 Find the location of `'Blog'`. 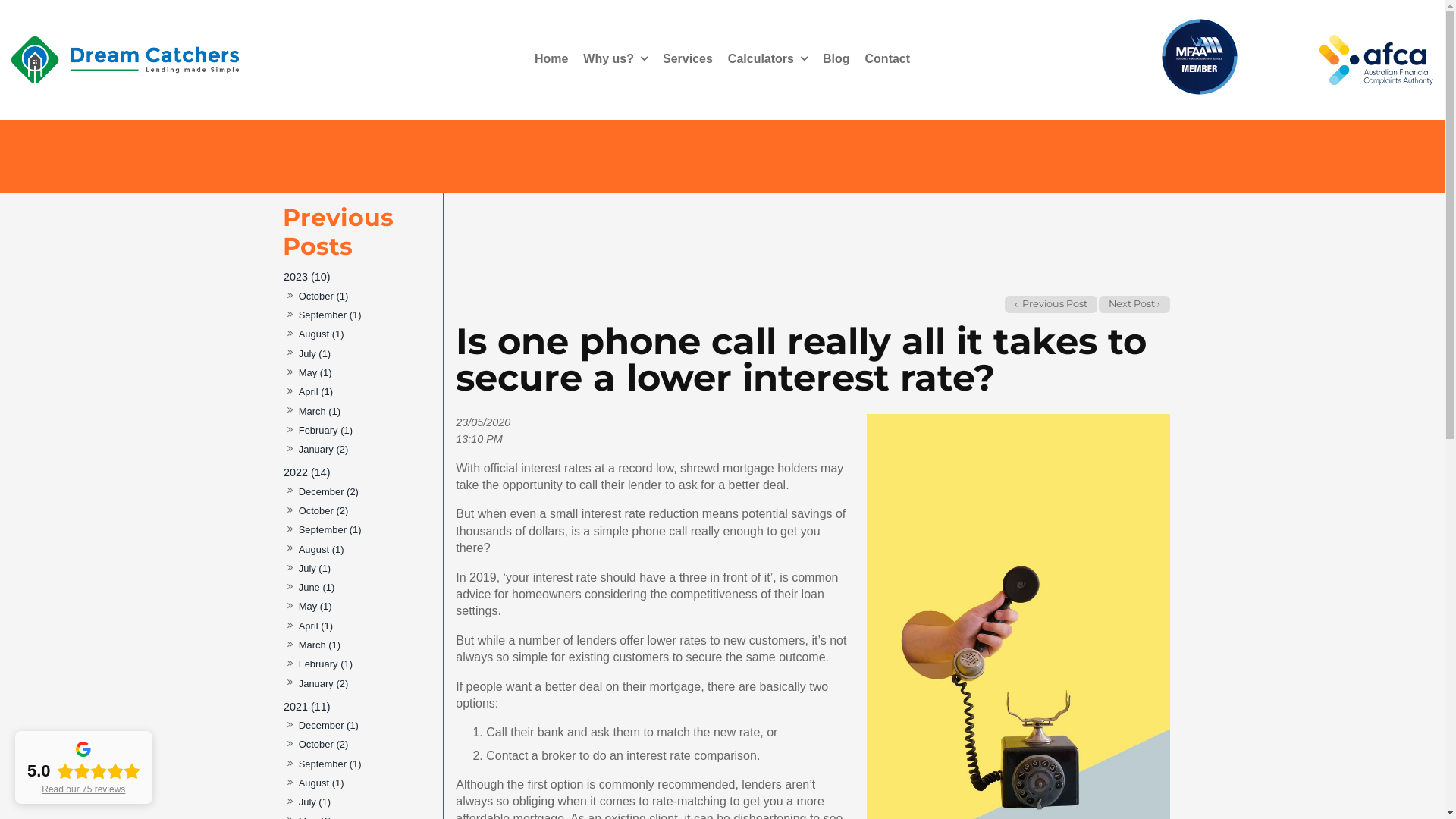

'Blog' is located at coordinates (836, 58).